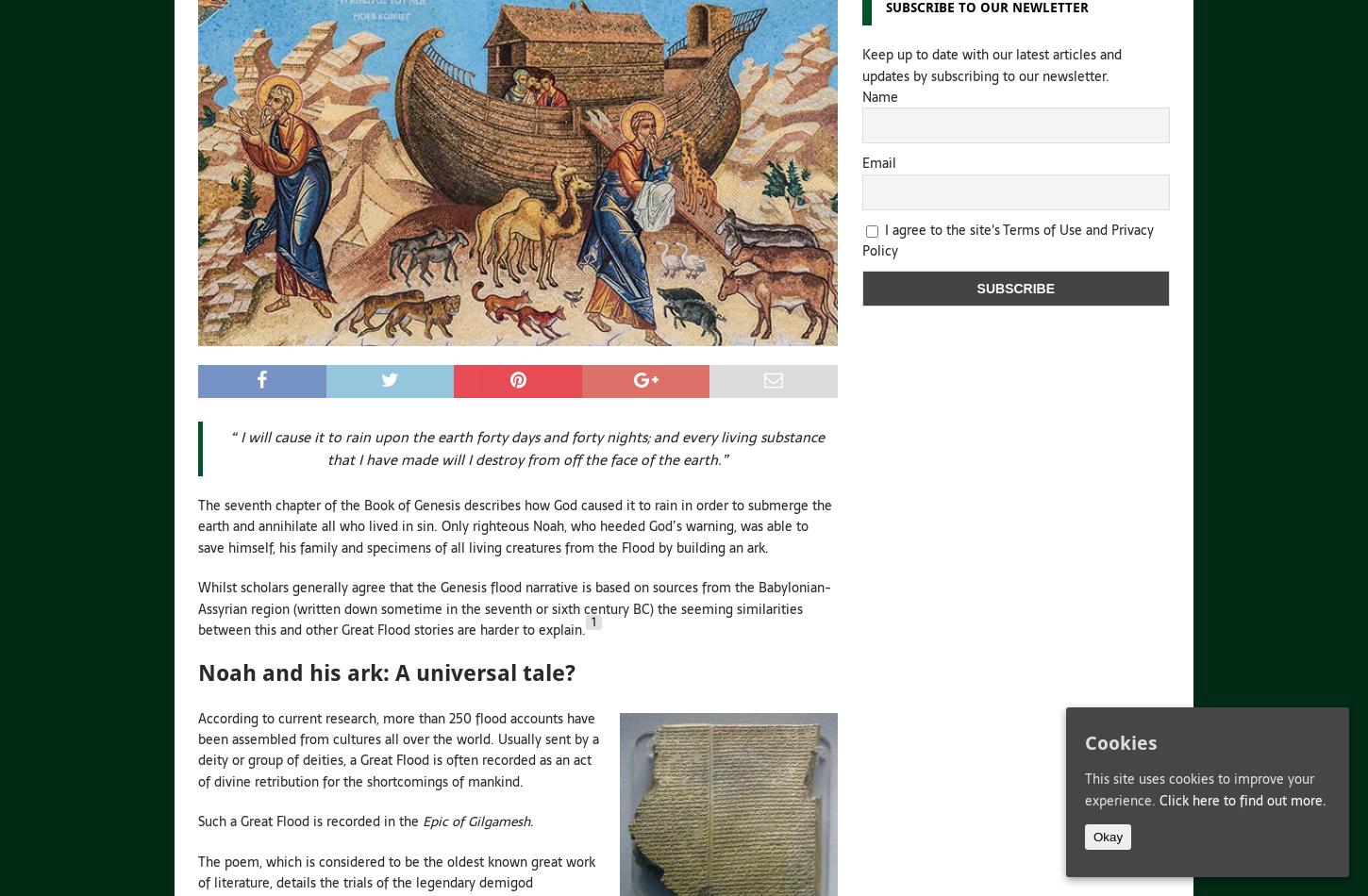 This screenshot has height=896, width=1368. I want to click on 'Okay', so click(1107, 836).